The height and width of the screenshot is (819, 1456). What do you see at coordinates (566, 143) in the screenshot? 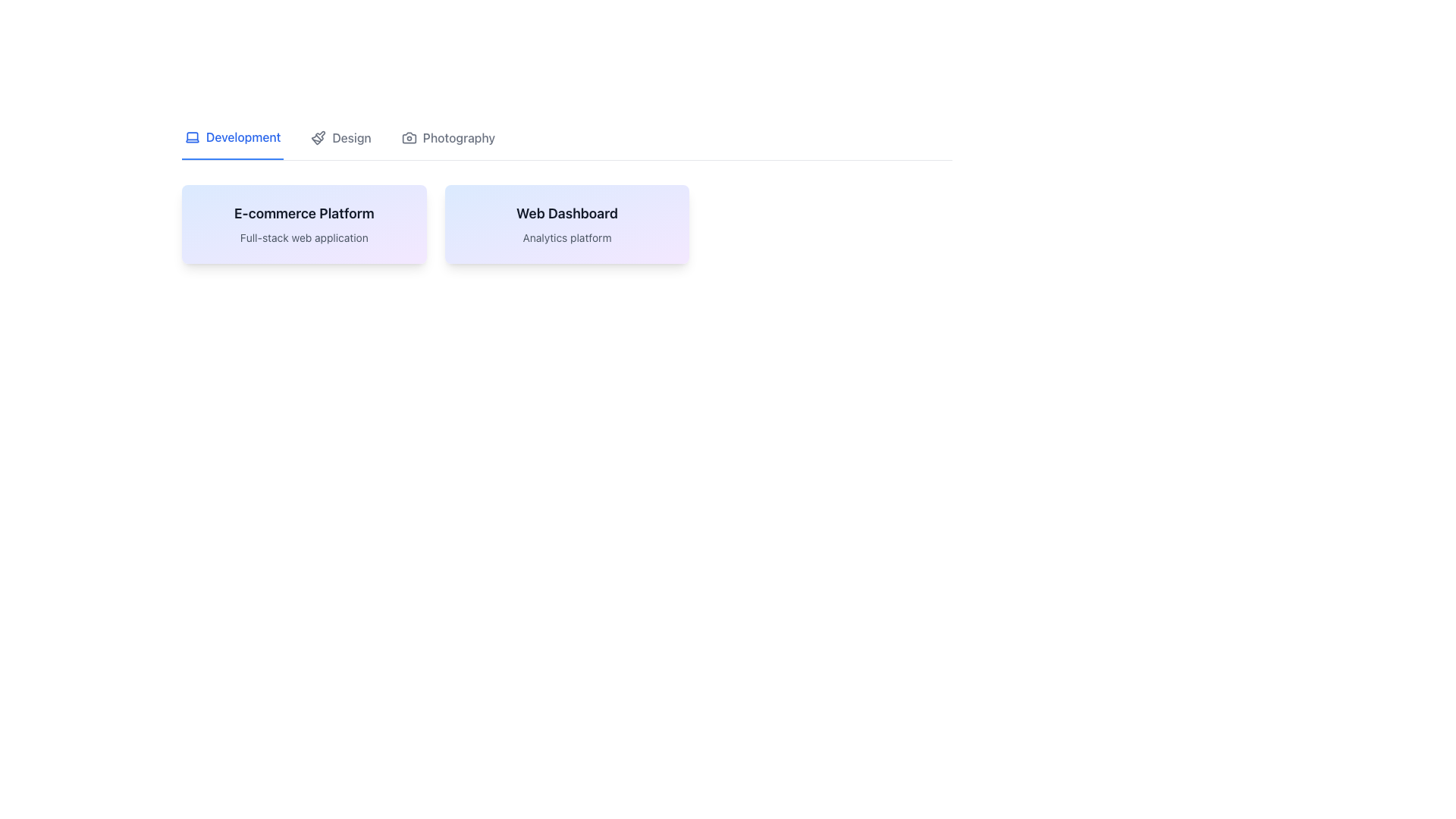
I see `the 'Development', 'Design', or 'Photography' section in the main navigation bar located at the top-center of the page` at bounding box center [566, 143].